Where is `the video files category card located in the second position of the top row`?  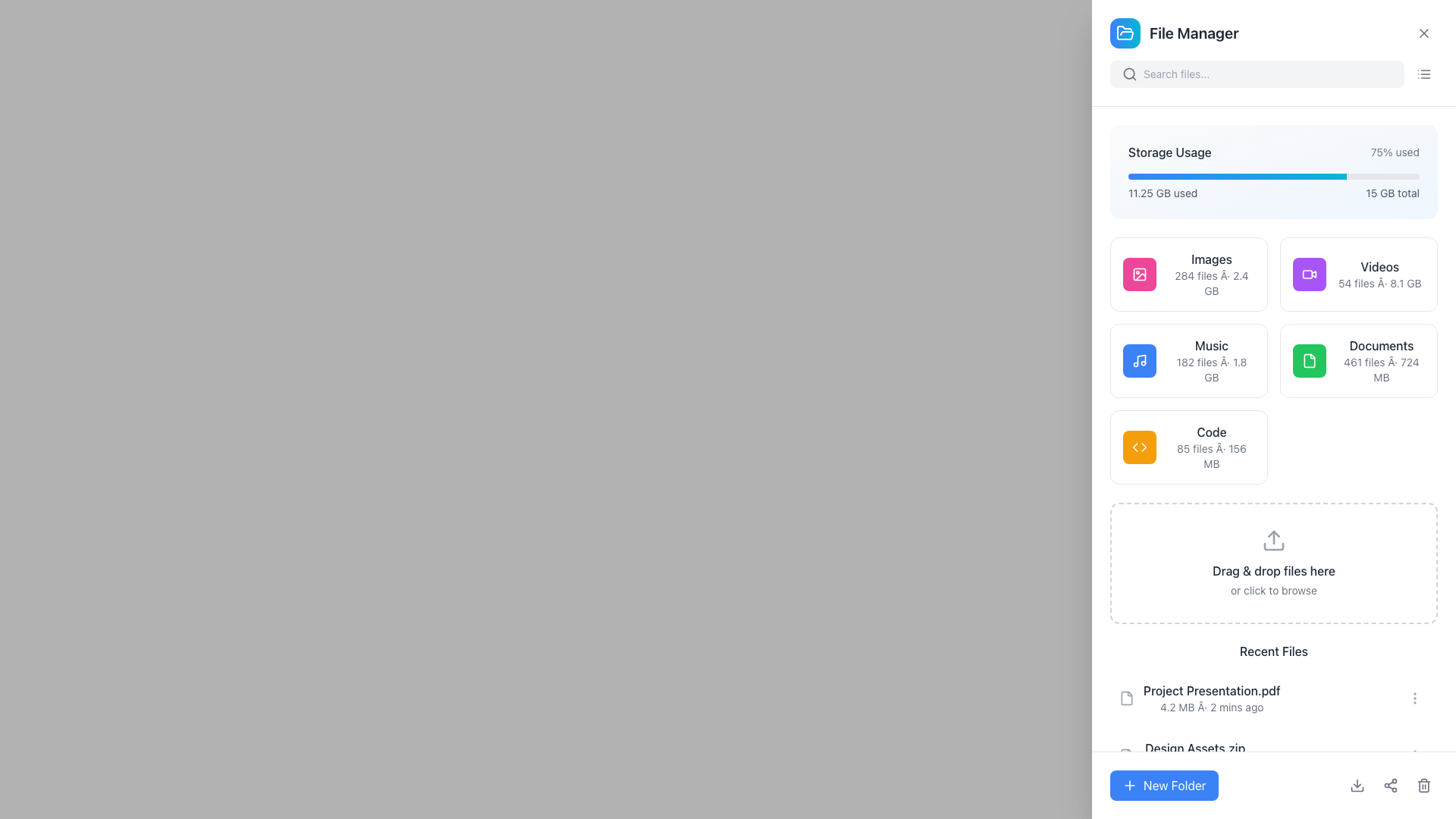 the video files category card located in the second position of the top row is located at coordinates (1358, 275).